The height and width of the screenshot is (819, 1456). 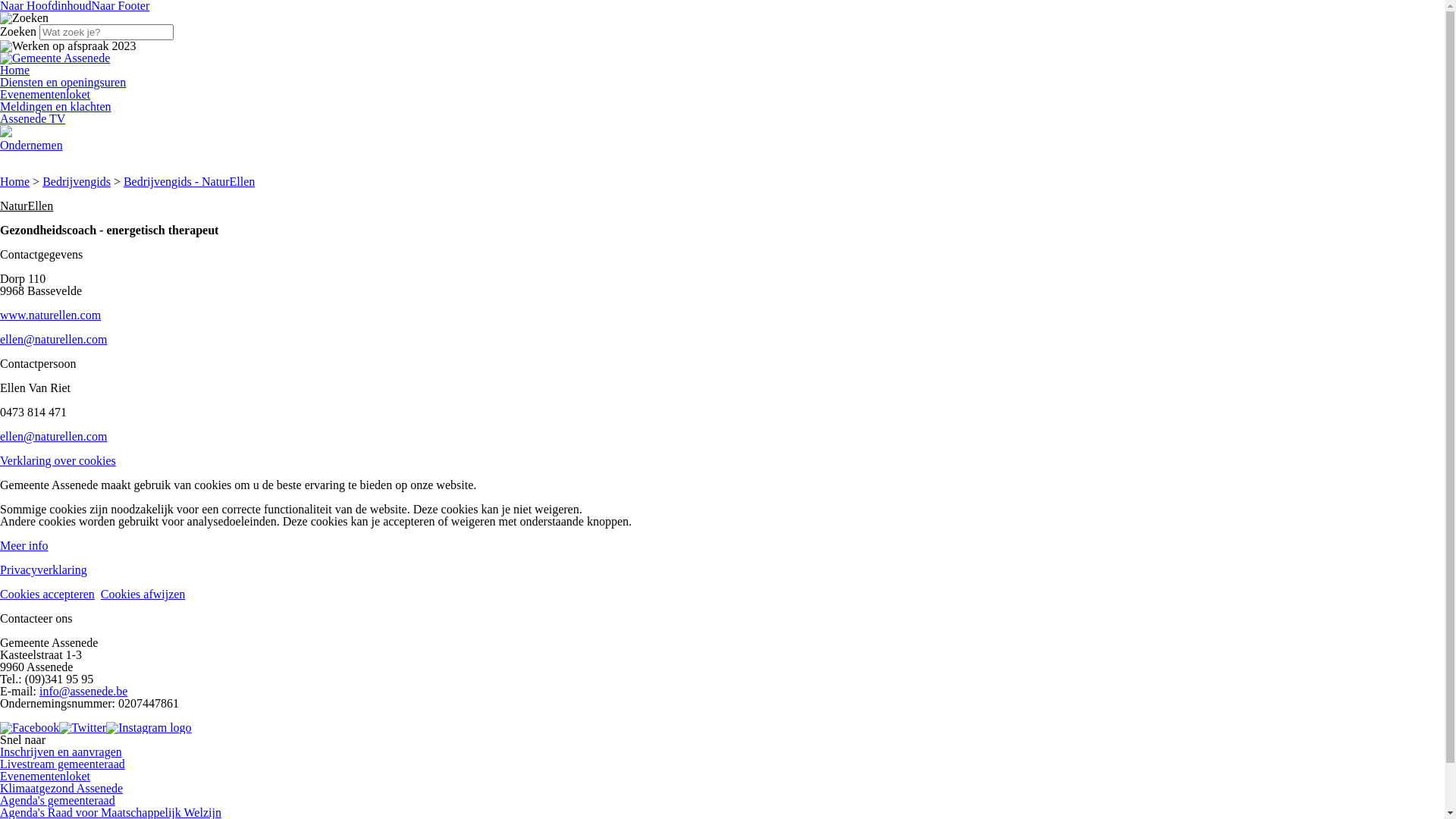 What do you see at coordinates (55, 105) in the screenshot?
I see `'Meldingen en klachten'` at bounding box center [55, 105].